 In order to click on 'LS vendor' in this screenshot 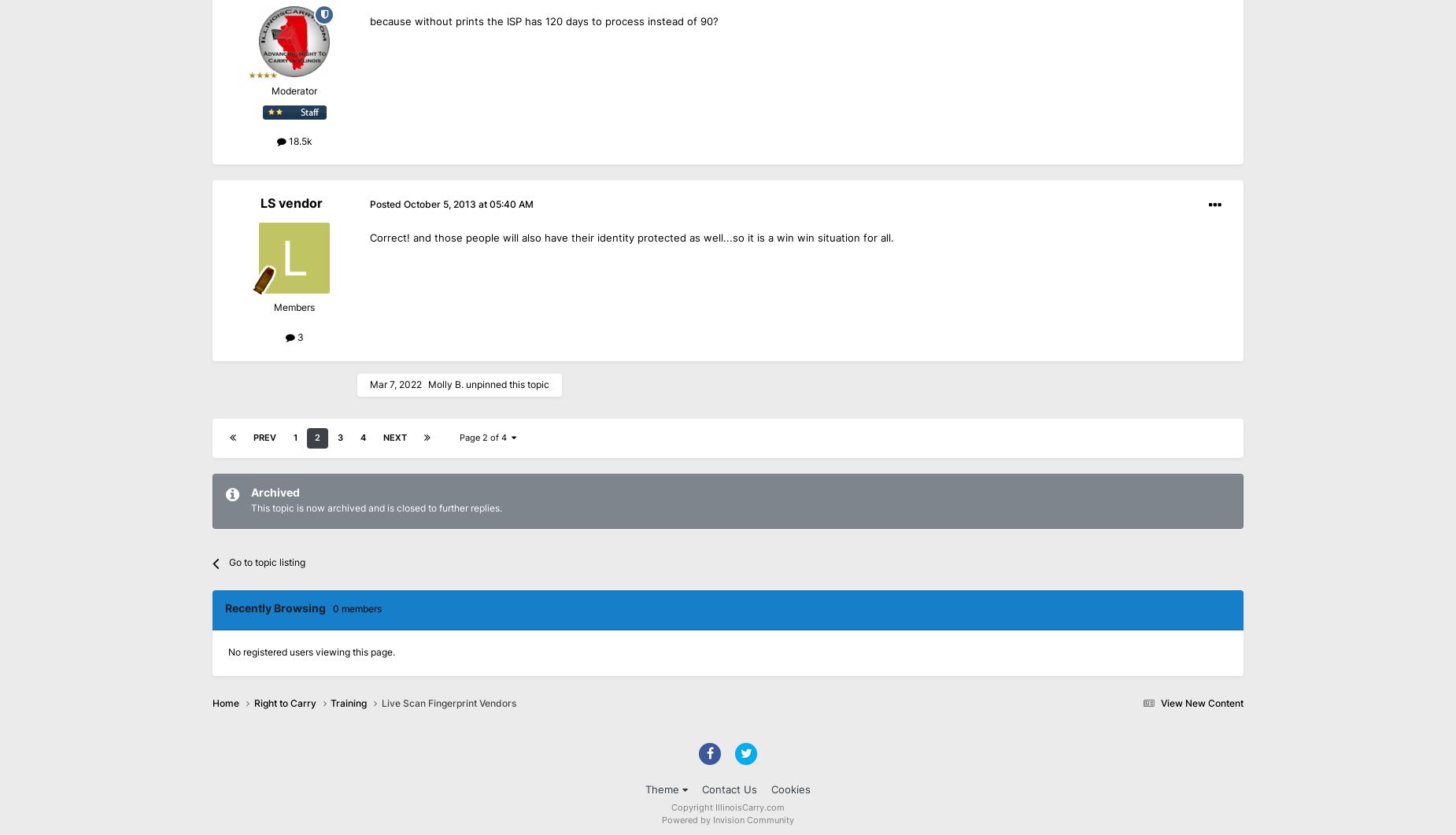, I will do `click(290, 202)`.